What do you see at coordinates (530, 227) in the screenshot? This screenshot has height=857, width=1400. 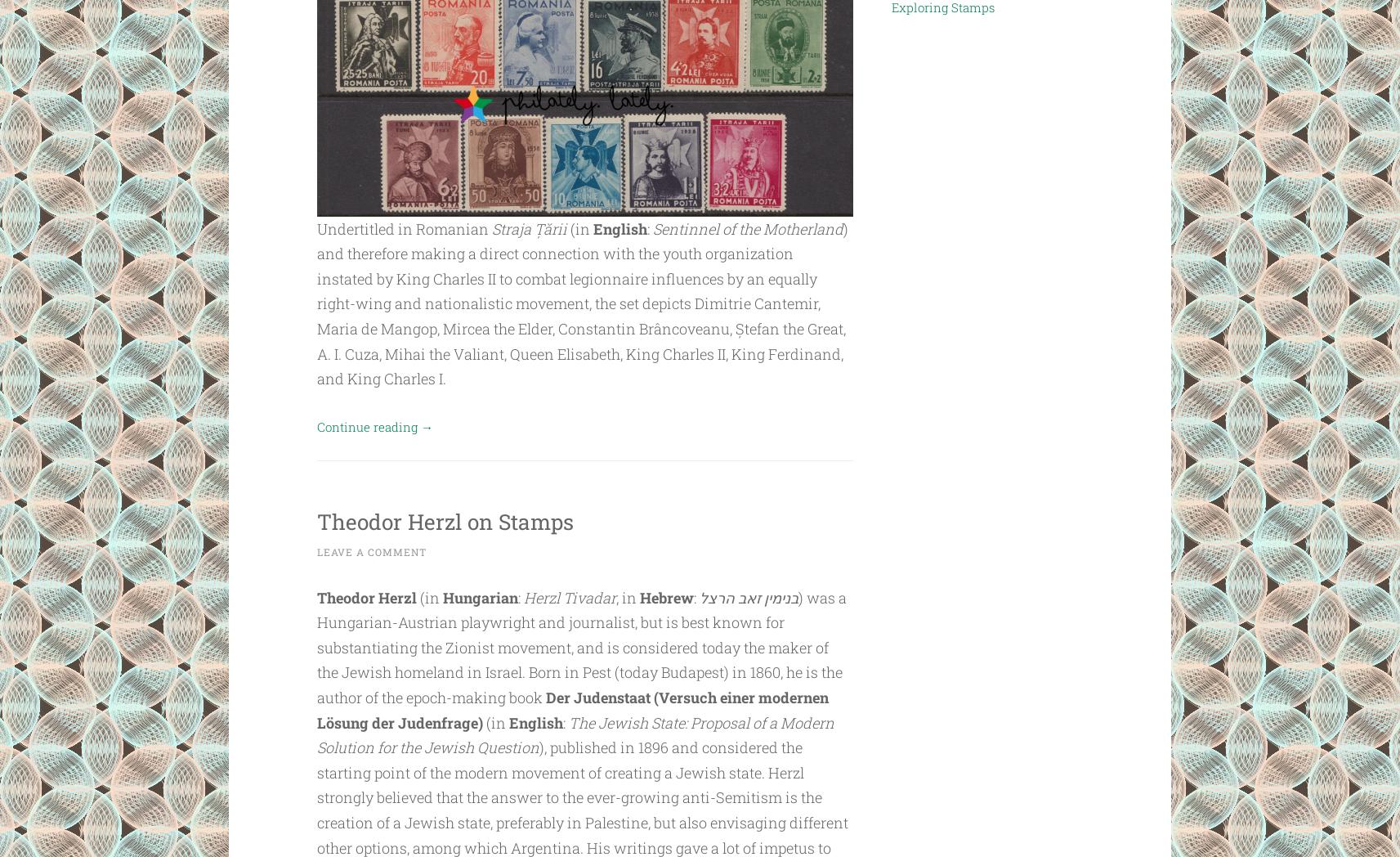 I see `'Straja Țării'` at bounding box center [530, 227].